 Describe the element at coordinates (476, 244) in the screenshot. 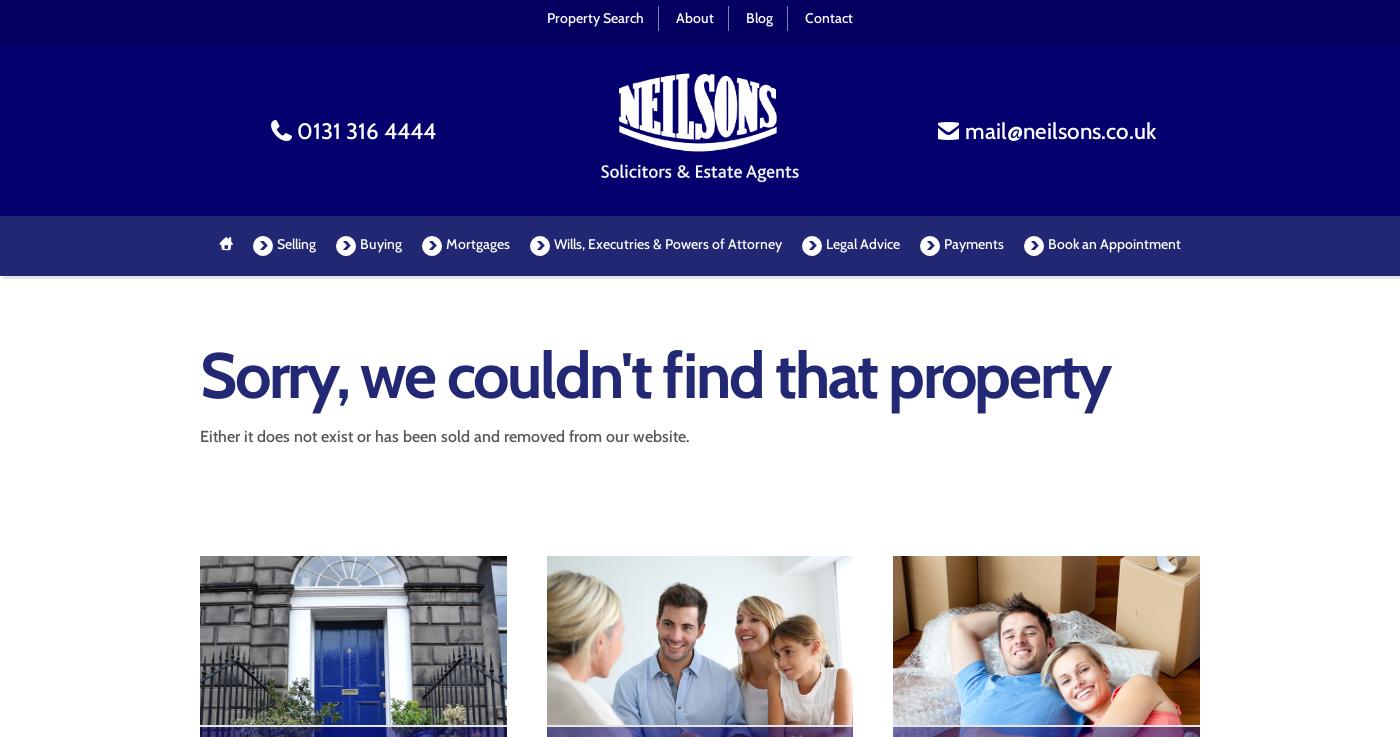

I see `'Mortgages'` at that location.